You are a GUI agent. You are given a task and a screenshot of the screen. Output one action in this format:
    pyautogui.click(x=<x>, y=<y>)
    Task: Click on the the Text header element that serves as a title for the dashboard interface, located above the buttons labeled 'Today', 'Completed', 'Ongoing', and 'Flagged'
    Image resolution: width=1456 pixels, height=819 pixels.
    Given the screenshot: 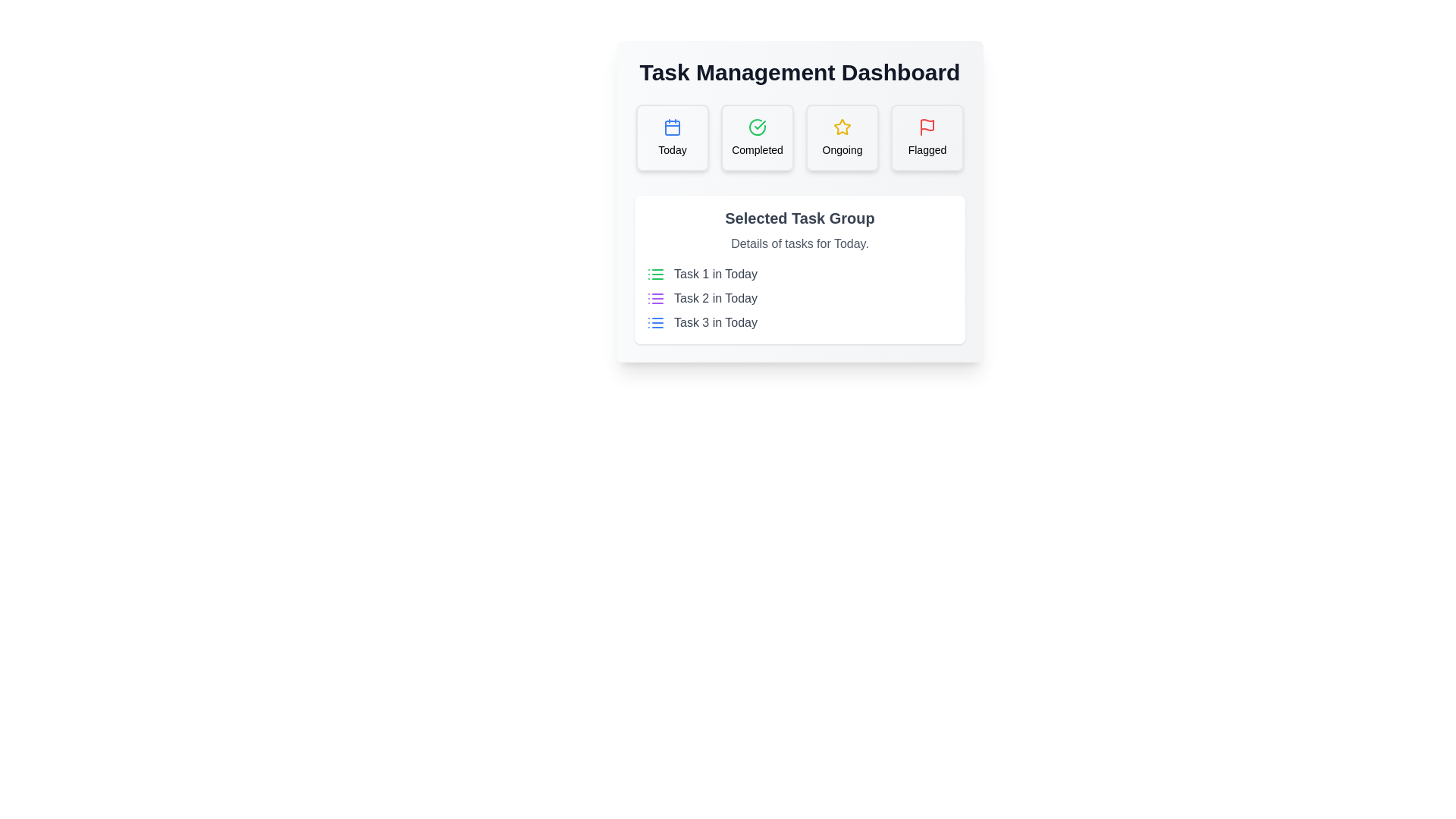 What is the action you would take?
    pyautogui.click(x=799, y=73)
    